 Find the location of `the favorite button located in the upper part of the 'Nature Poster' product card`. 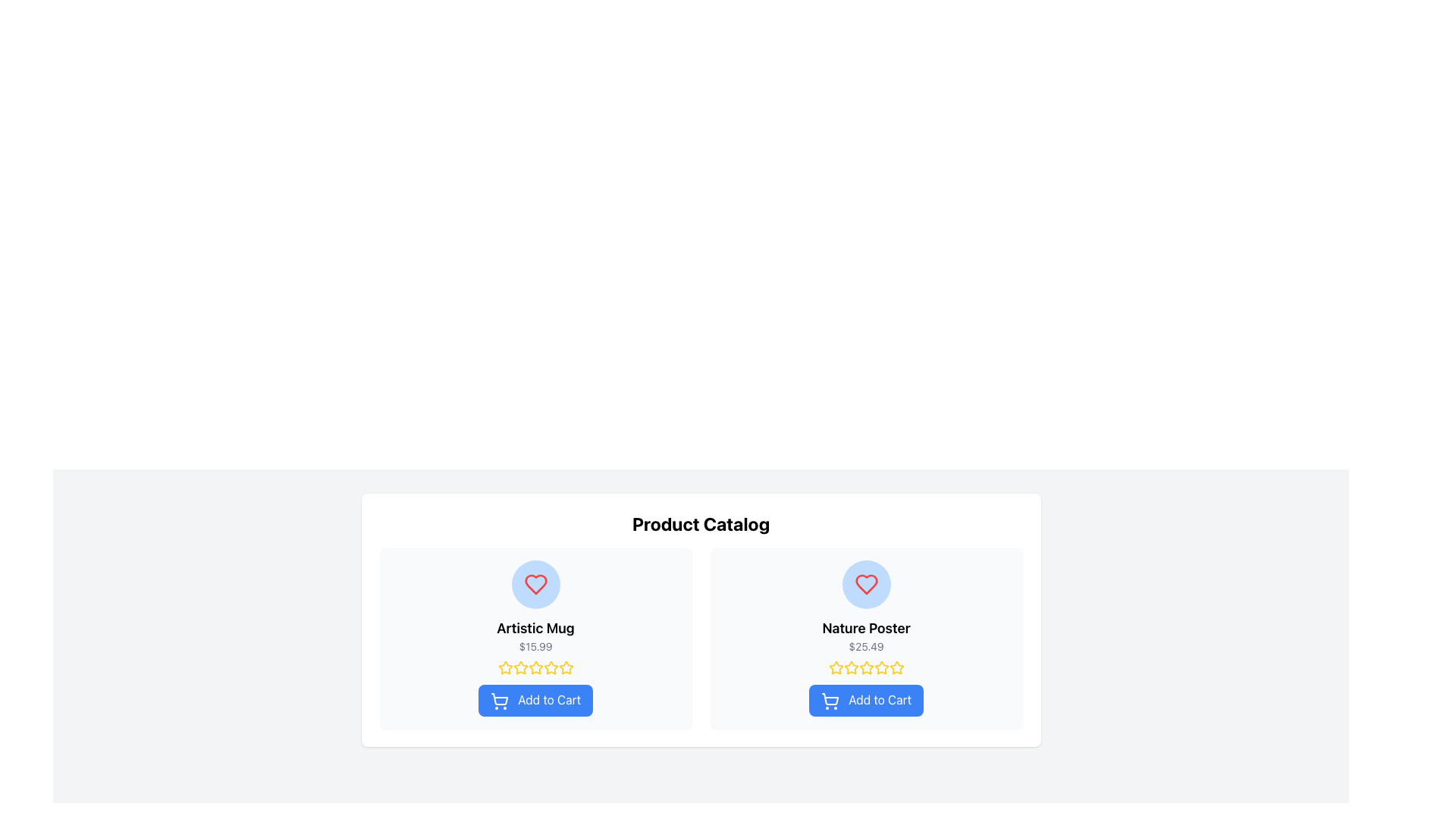

the favorite button located in the upper part of the 'Nature Poster' product card is located at coordinates (866, 584).